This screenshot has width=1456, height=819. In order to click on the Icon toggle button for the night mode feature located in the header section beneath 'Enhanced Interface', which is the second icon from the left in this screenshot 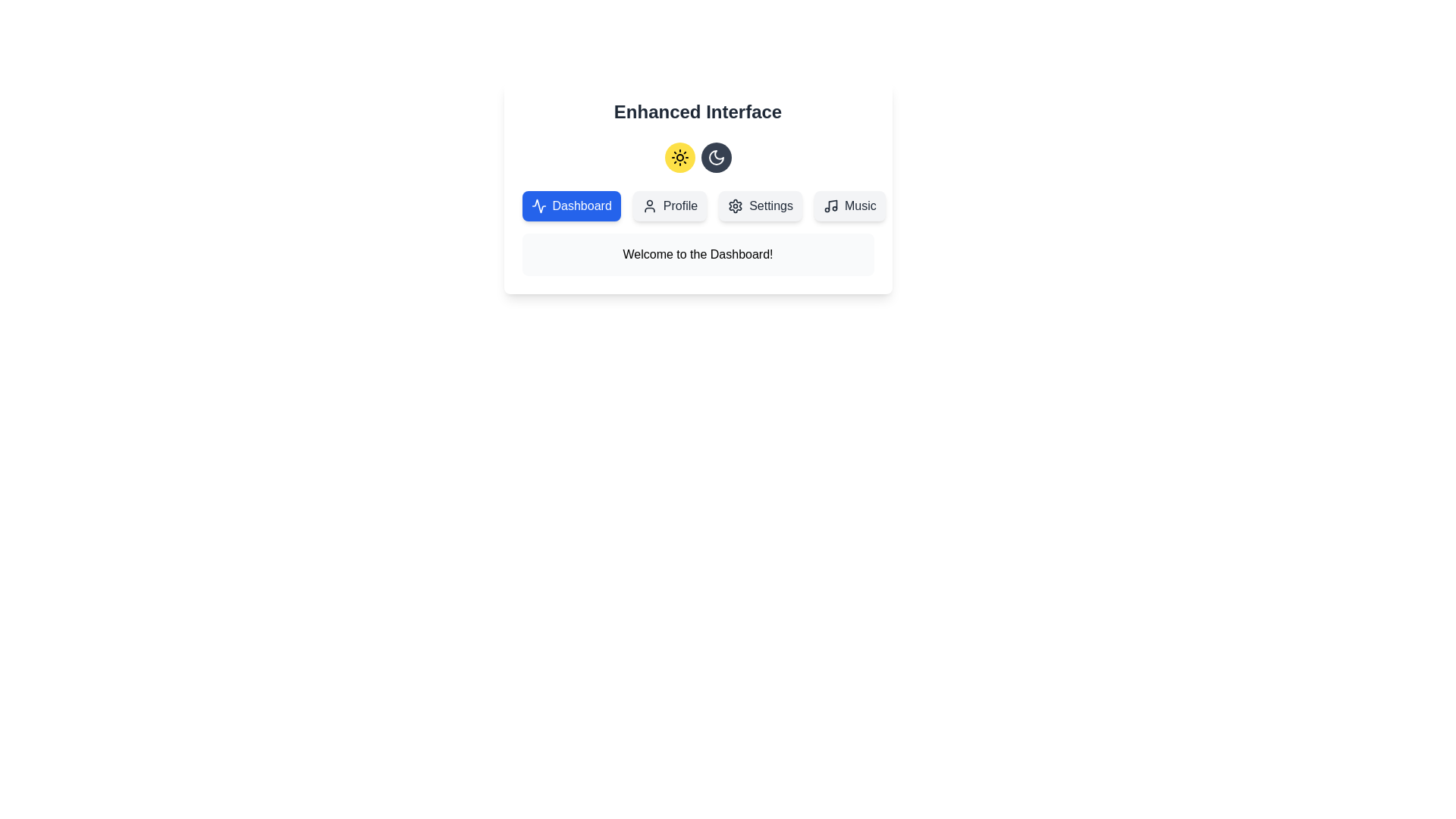, I will do `click(715, 158)`.